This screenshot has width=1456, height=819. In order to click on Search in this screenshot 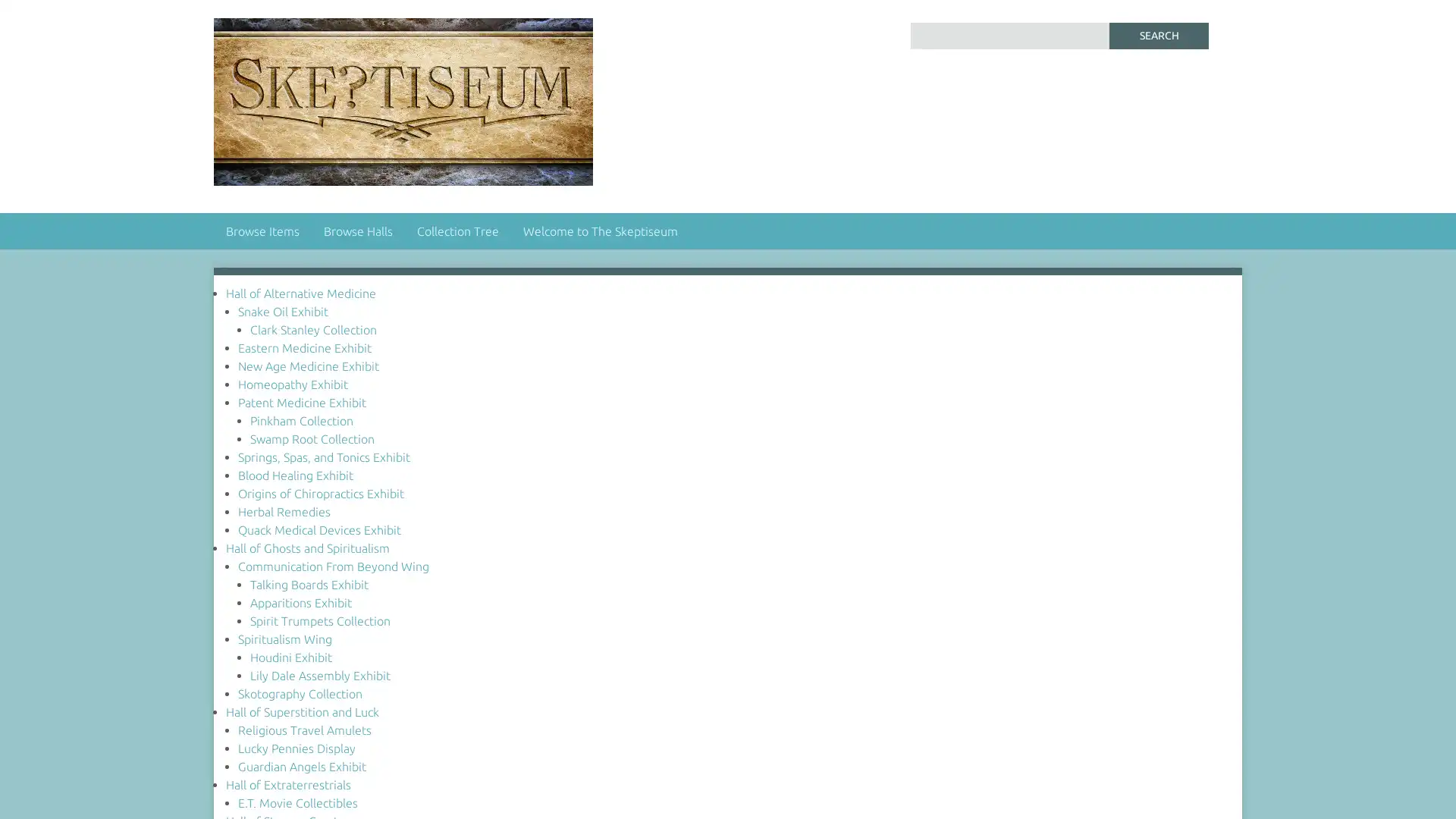, I will do `click(1157, 35)`.